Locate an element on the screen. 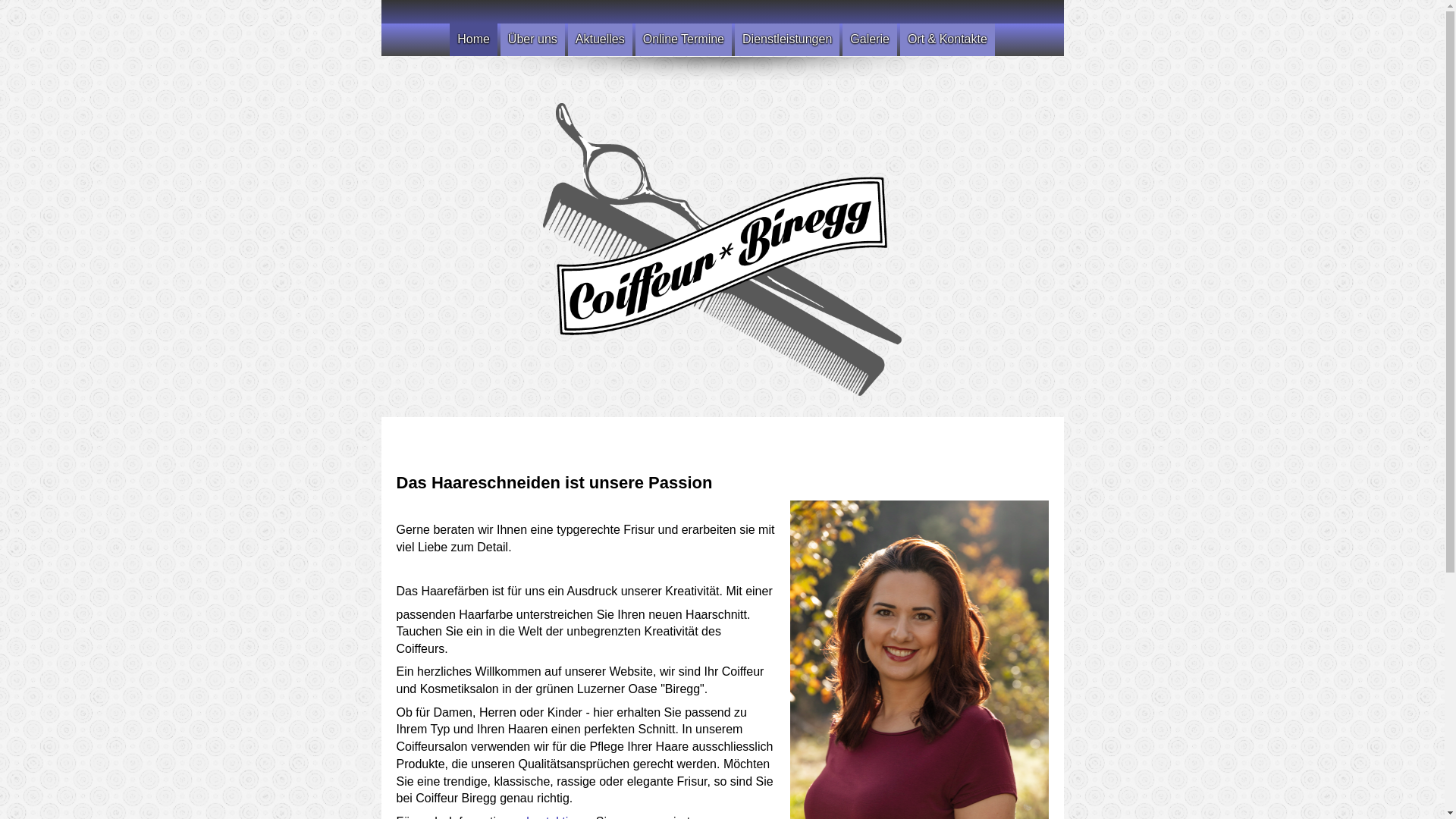 This screenshot has width=1456, height=819. 'Ort & Kontakte' is located at coordinates (946, 39).